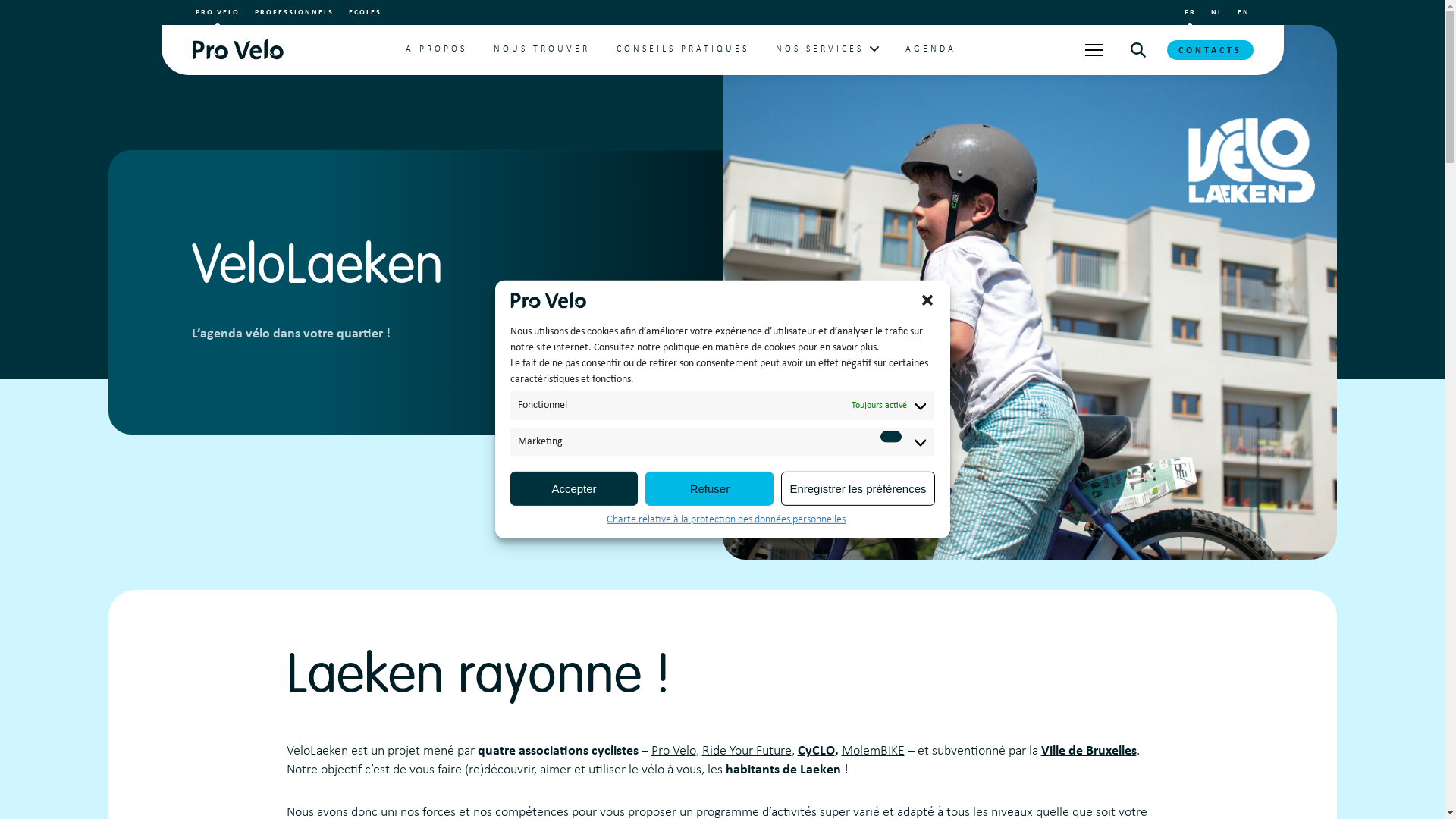 Image resolution: width=1456 pixels, height=819 pixels. I want to click on 'NOUS TROUVER', so click(541, 49).